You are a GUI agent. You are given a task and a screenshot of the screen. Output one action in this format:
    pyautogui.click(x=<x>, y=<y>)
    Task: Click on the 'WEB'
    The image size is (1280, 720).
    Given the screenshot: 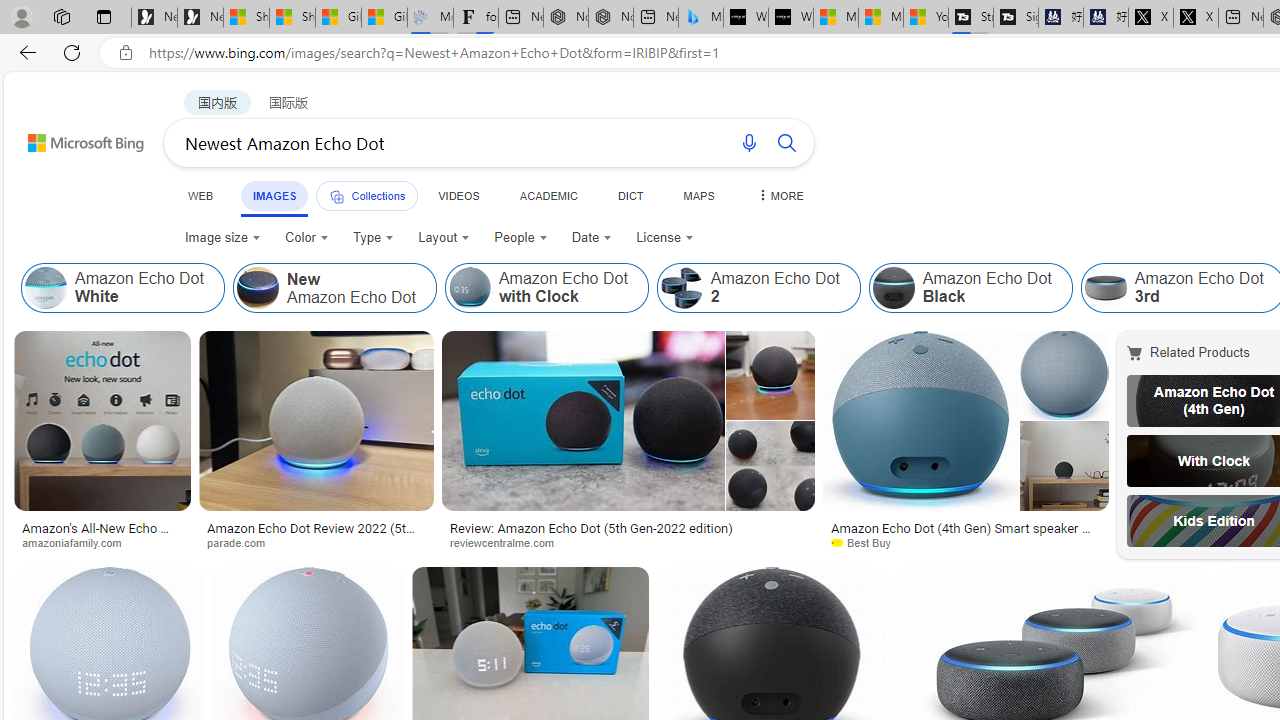 What is the action you would take?
    pyautogui.click(x=201, y=195)
    